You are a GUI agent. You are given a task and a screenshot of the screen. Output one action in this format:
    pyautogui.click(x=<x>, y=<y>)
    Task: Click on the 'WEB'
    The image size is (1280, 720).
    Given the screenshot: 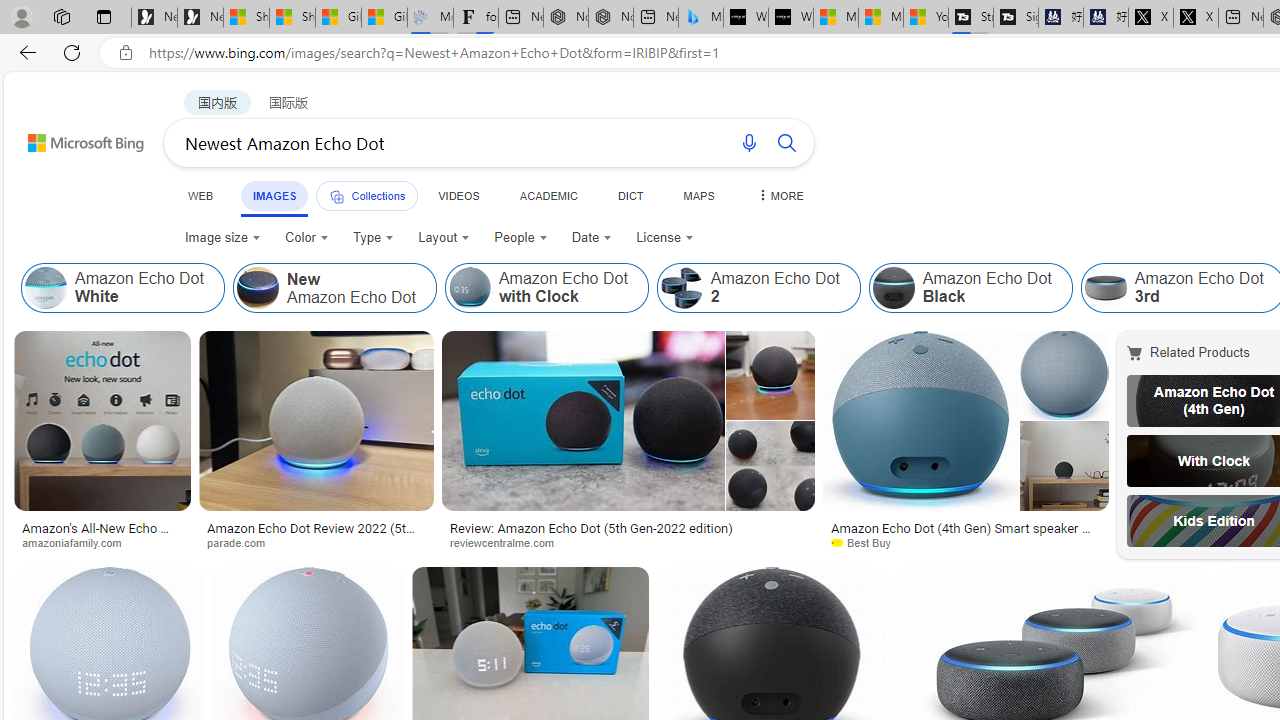 What is the action you would take?
    pyautogui.click(x=201, y=195)
    